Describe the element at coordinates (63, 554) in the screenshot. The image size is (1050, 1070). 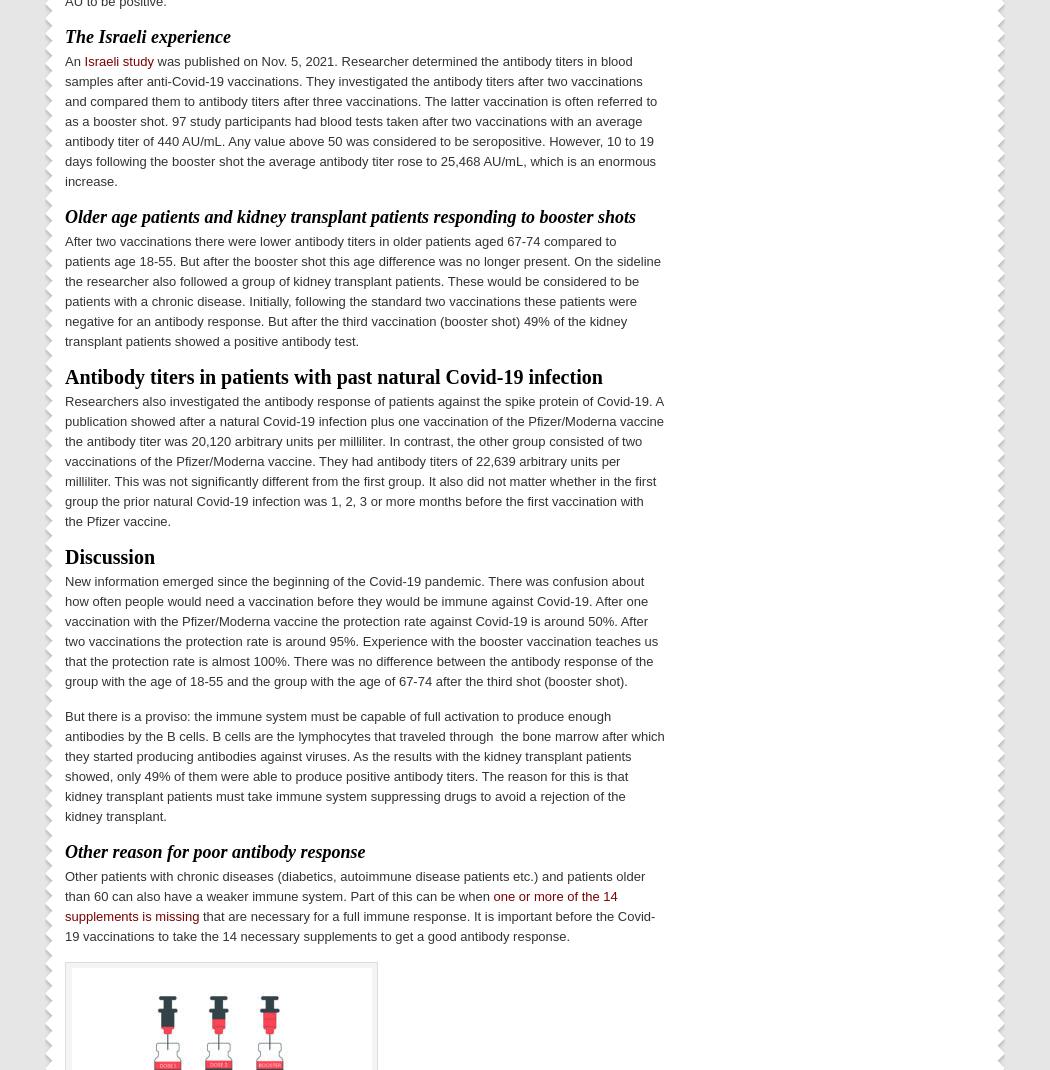
I see `'Discussion'` at that location.